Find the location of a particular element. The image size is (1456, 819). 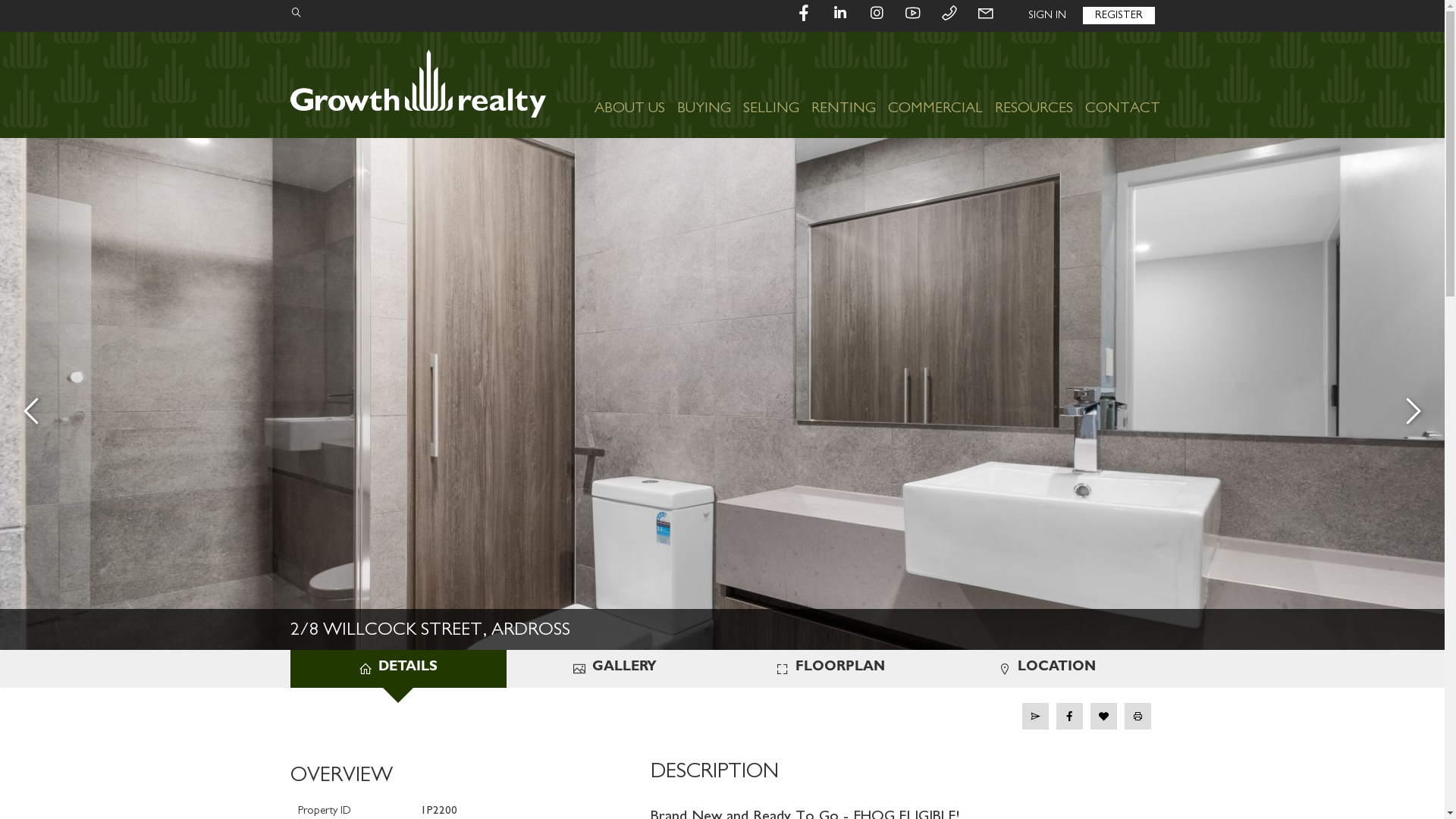

'REGISTER' is located at coordinates (1119, 15).